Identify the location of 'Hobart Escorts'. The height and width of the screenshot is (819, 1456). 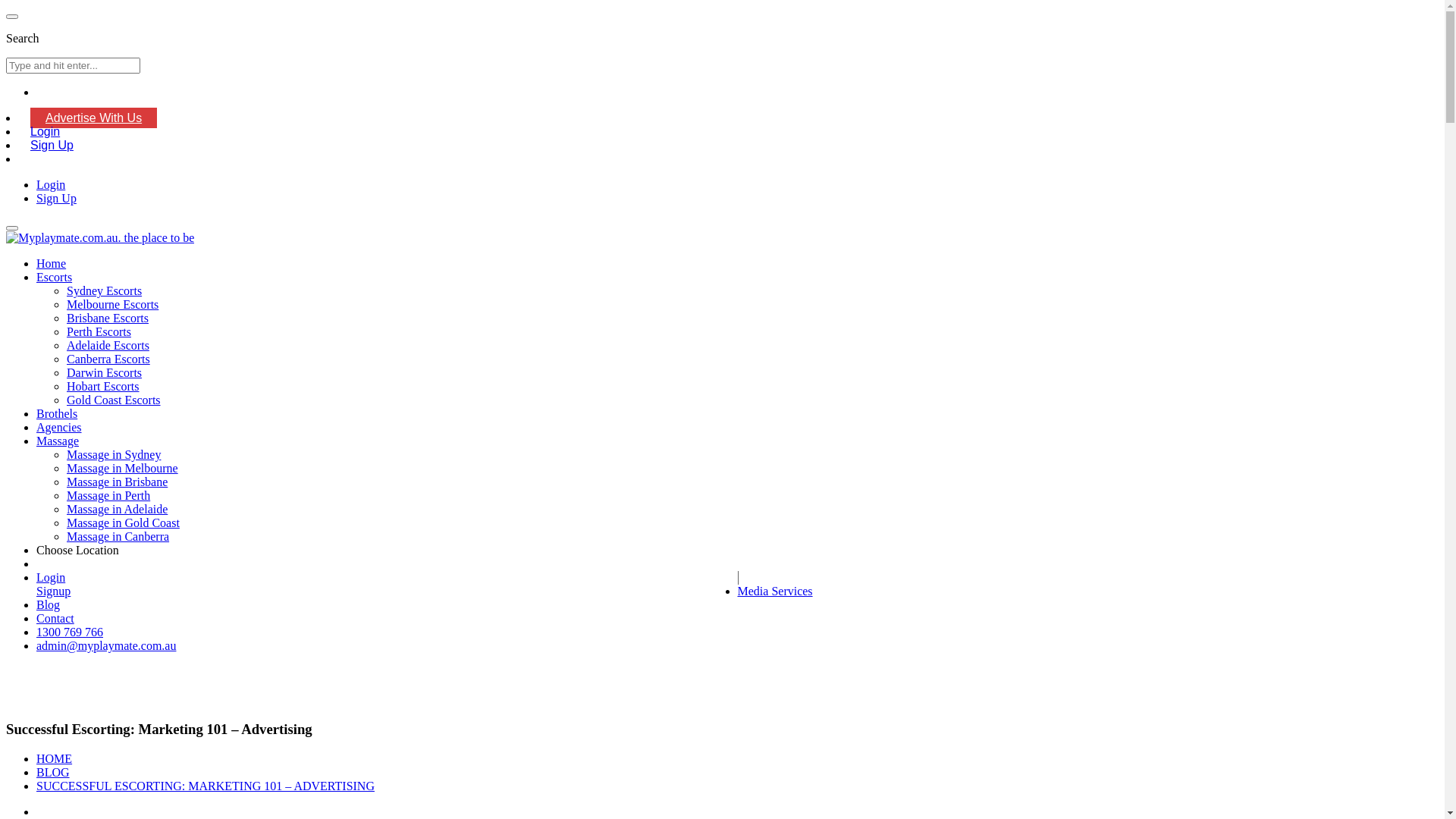
(65, 385).